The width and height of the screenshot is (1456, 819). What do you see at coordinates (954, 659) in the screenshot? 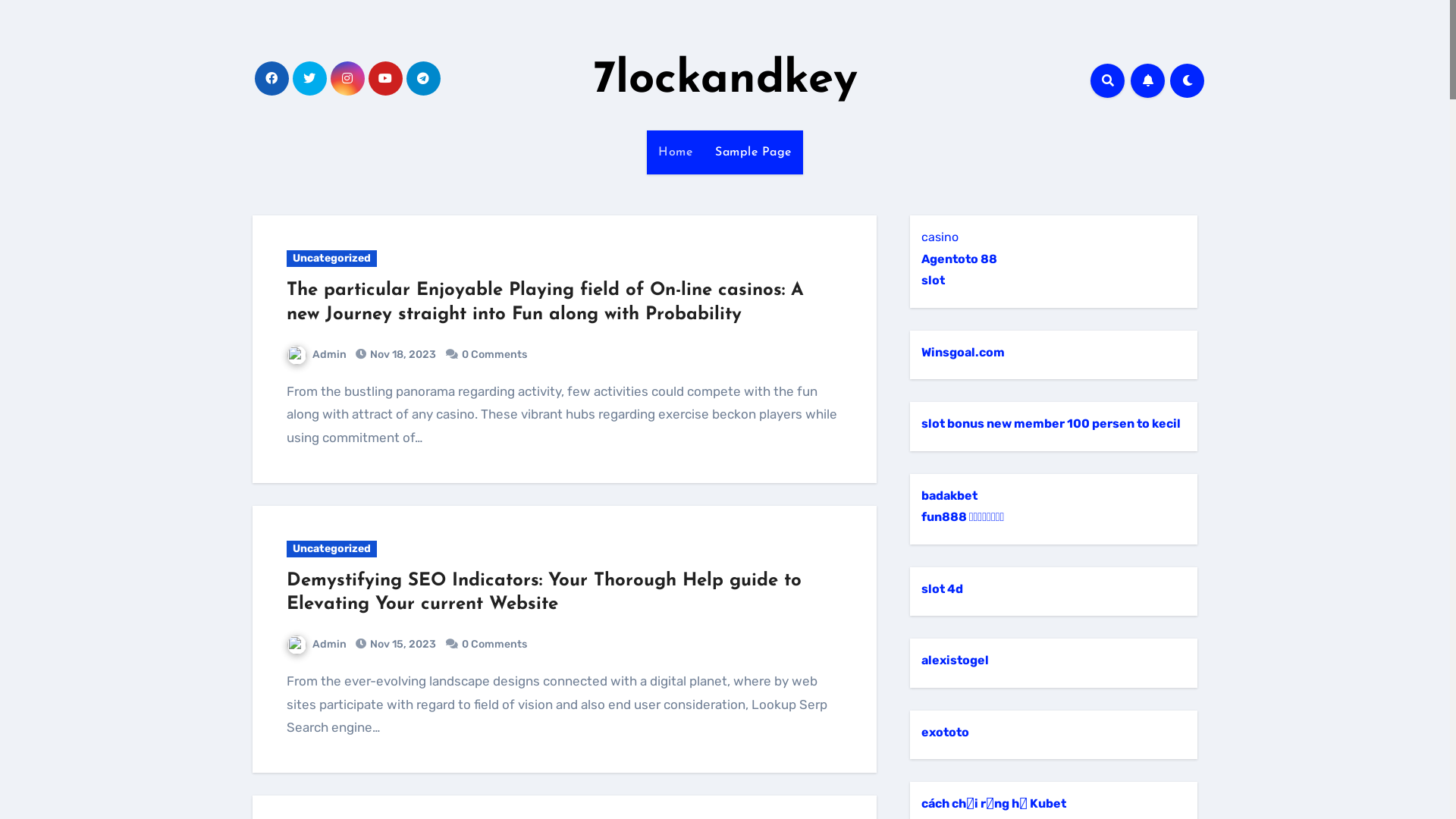
I see `'alexistogel'` at bounding box center [954, 659].